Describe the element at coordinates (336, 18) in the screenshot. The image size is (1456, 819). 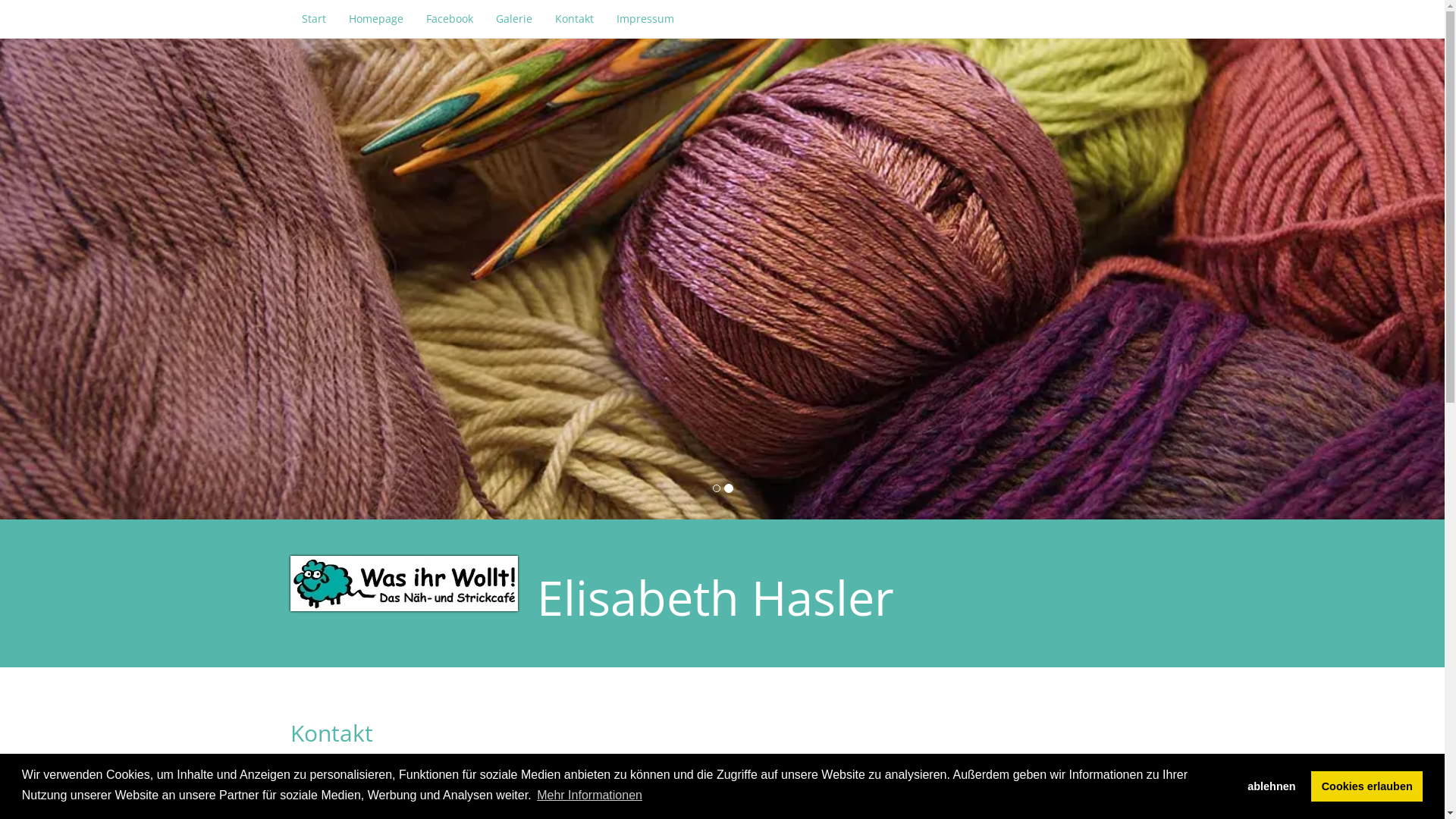
I see `'Homepage'` at that location.